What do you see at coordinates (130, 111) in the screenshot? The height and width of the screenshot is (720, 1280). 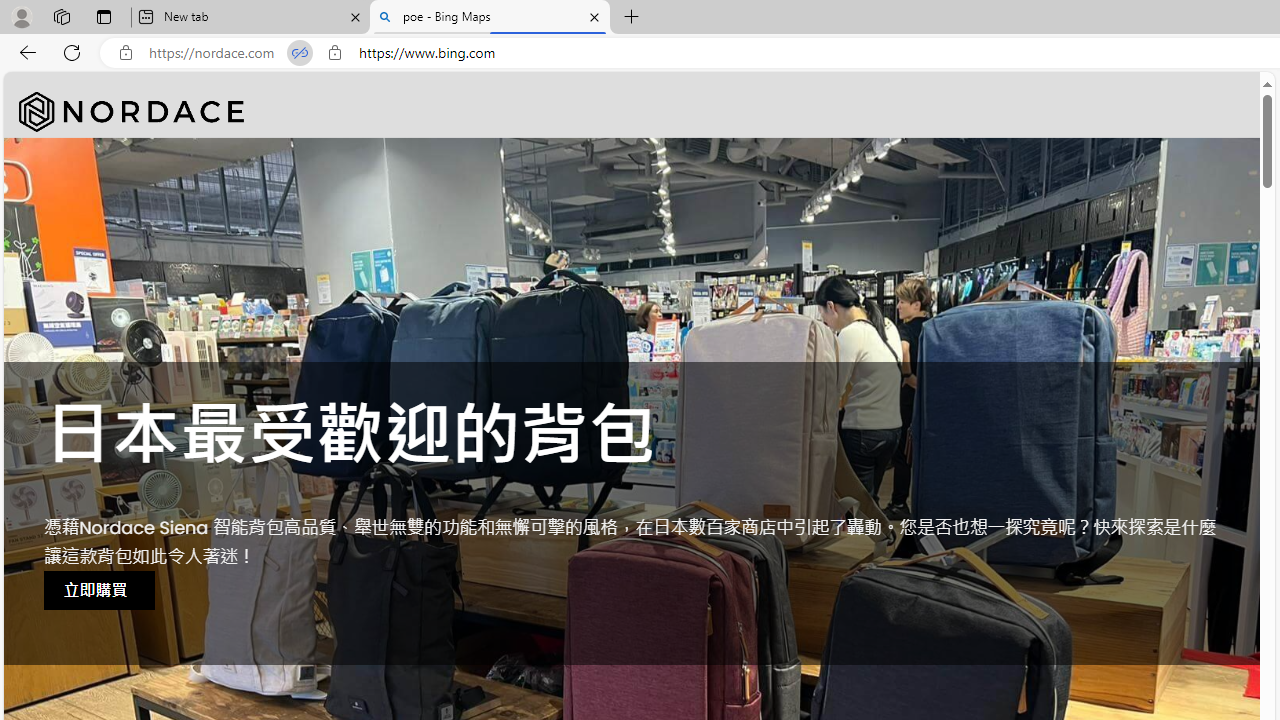 I see `'Nordace'` at bounding box center [130, 111].